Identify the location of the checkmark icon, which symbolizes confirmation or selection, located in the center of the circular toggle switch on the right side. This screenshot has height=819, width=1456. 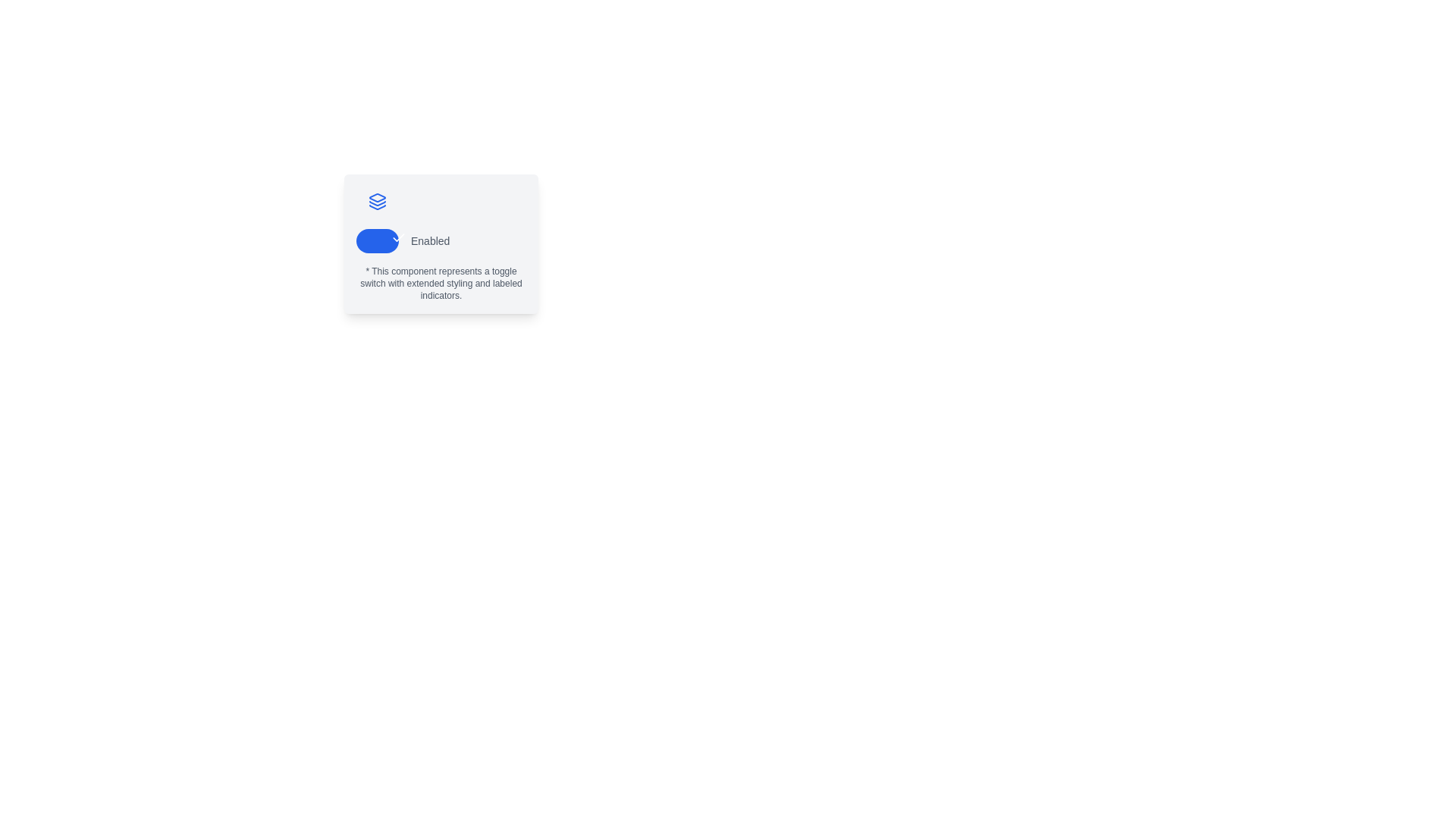
(399, 237).